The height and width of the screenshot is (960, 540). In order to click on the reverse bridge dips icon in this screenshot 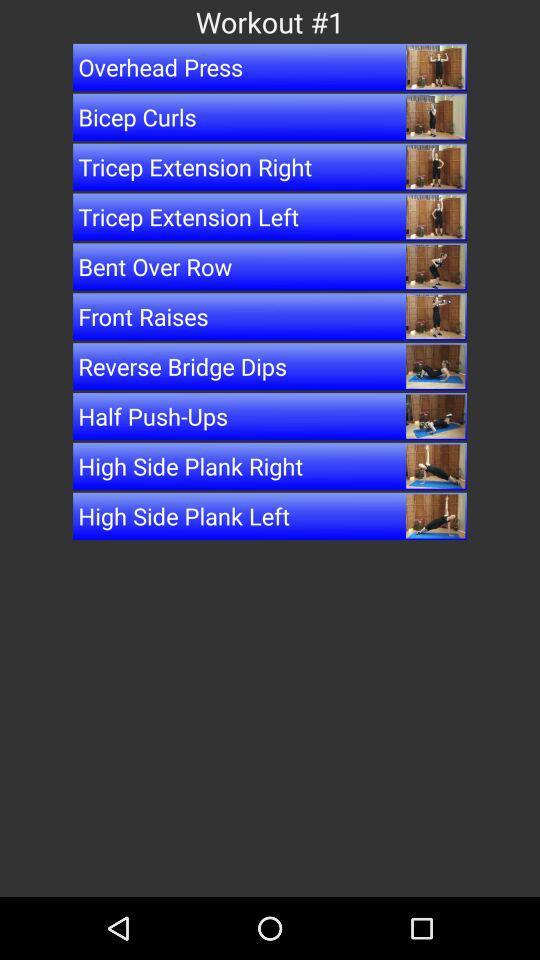, I will do `click(270, 365)`.